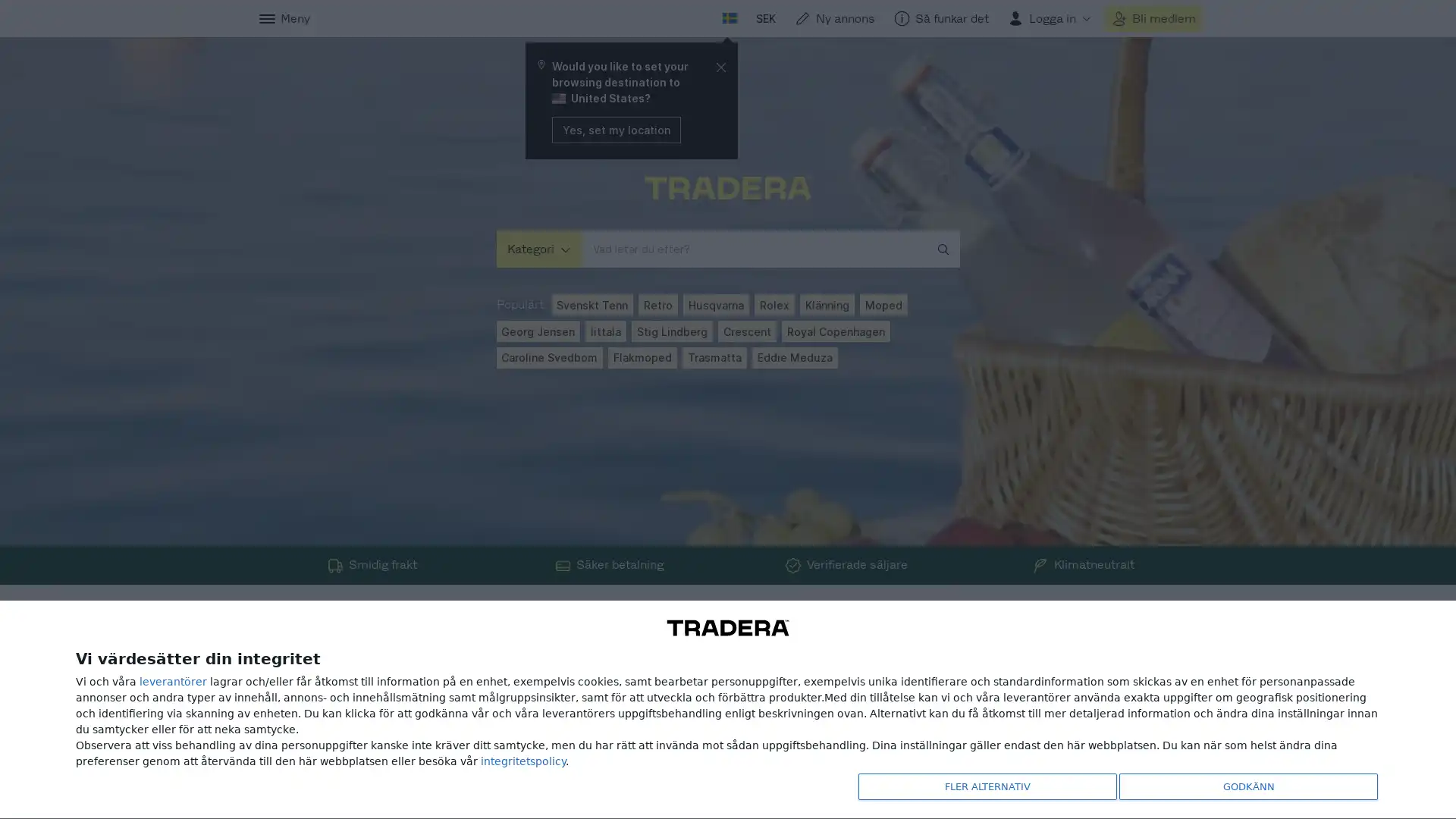 The width and height of the screenshot is (1456, 819). What do you see at coordinates (729, 18) in the screenshot?
I see `Flag of SE` at bounding box center [729, 18].